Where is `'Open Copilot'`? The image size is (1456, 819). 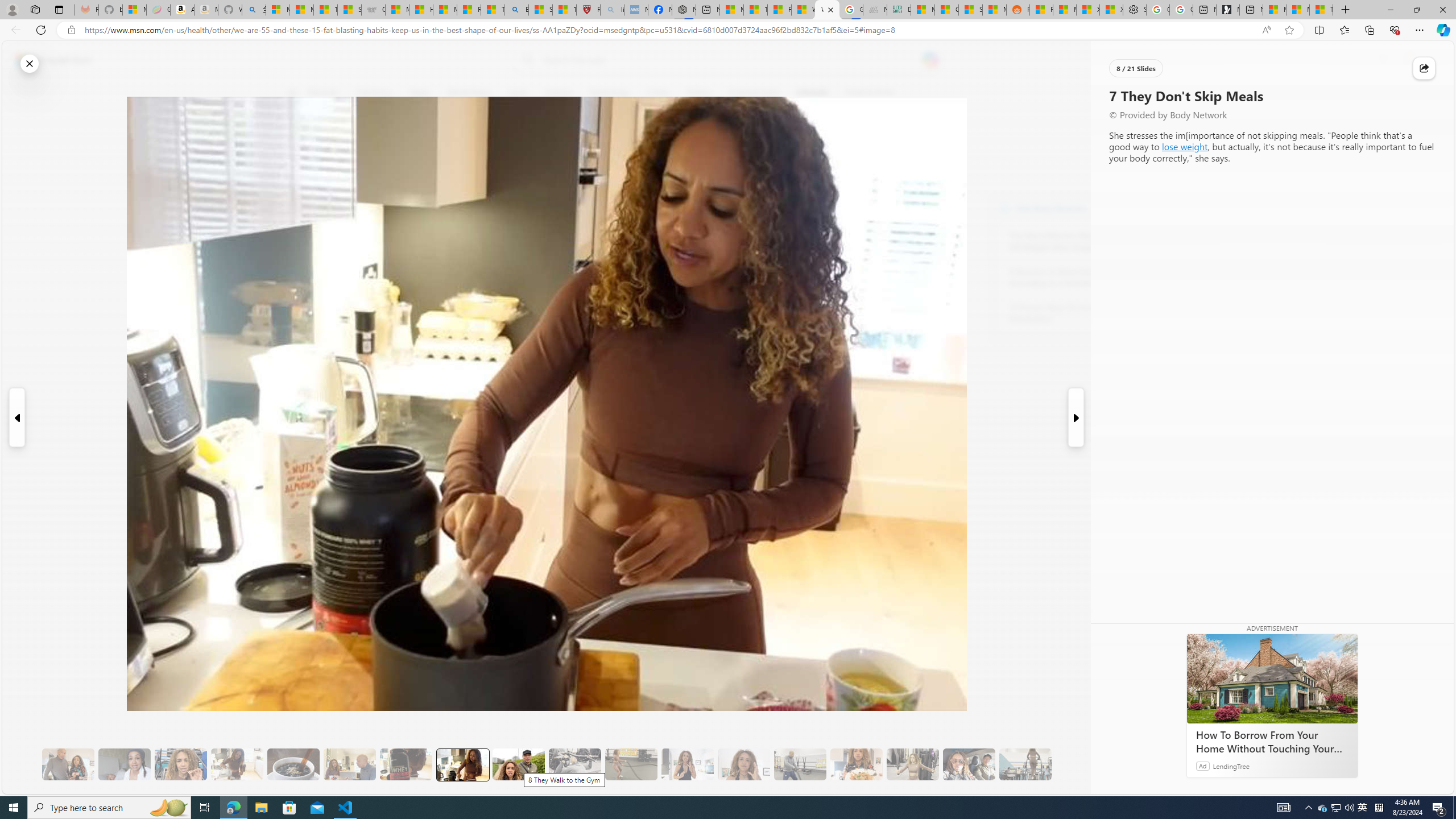
'Open Copilot' is located at coordinates (929, 59).